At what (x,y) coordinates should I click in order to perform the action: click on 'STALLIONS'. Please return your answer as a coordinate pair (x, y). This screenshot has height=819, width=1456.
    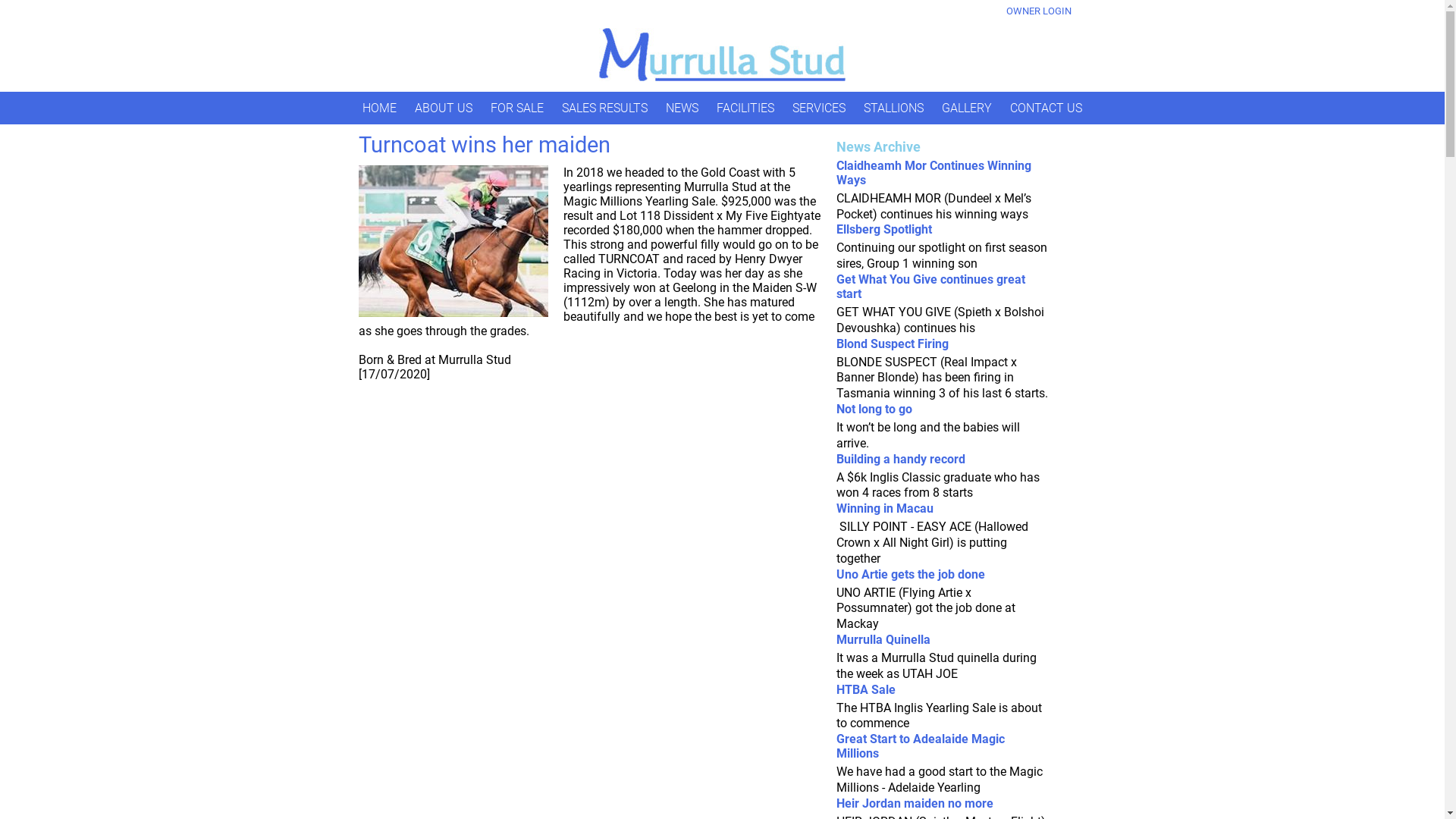
    Looking at the image, I should click on (897, 107).